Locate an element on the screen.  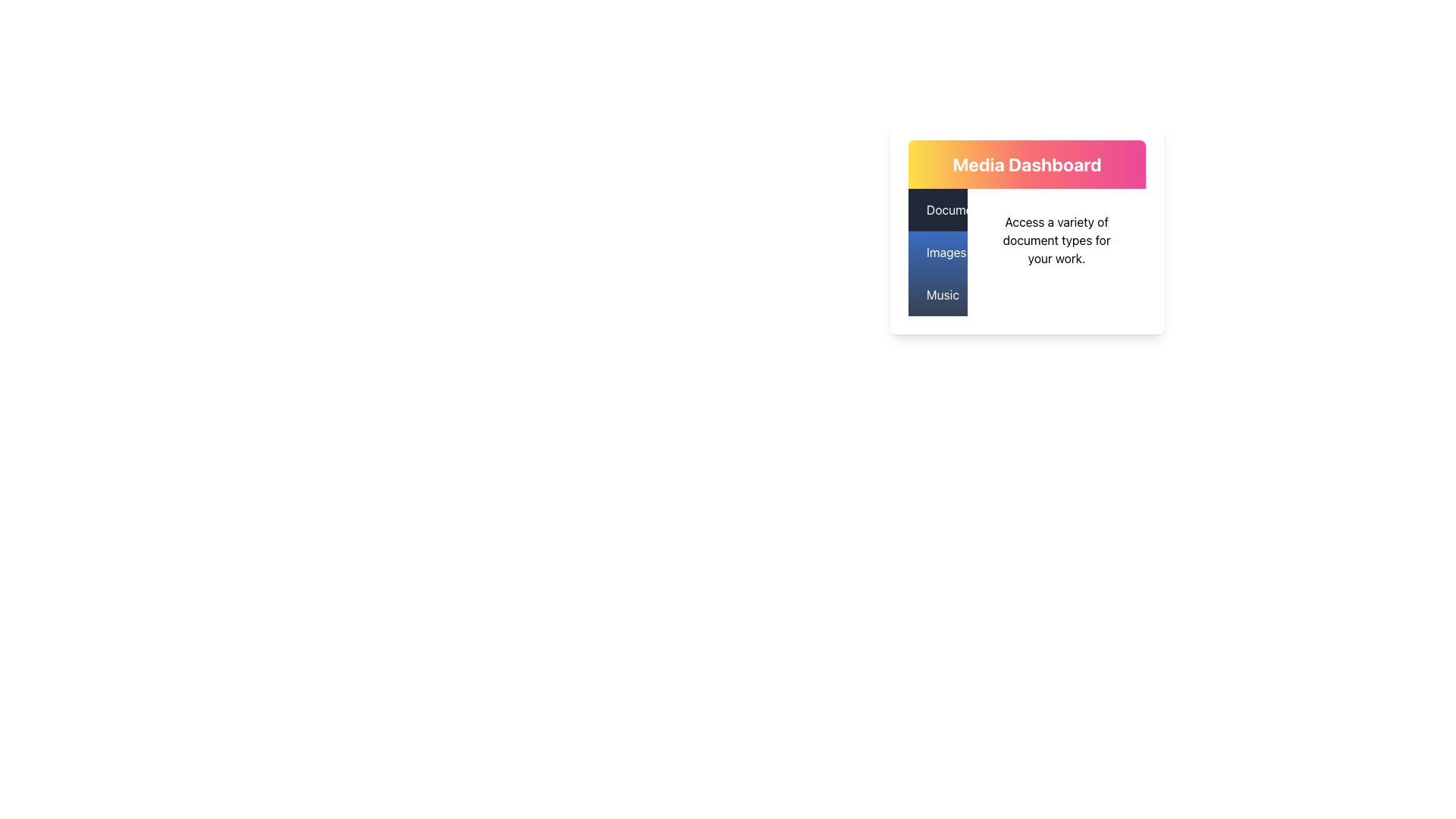
the 'Documents' navigation item in the vertical menu is located at coordinates (937, 210).